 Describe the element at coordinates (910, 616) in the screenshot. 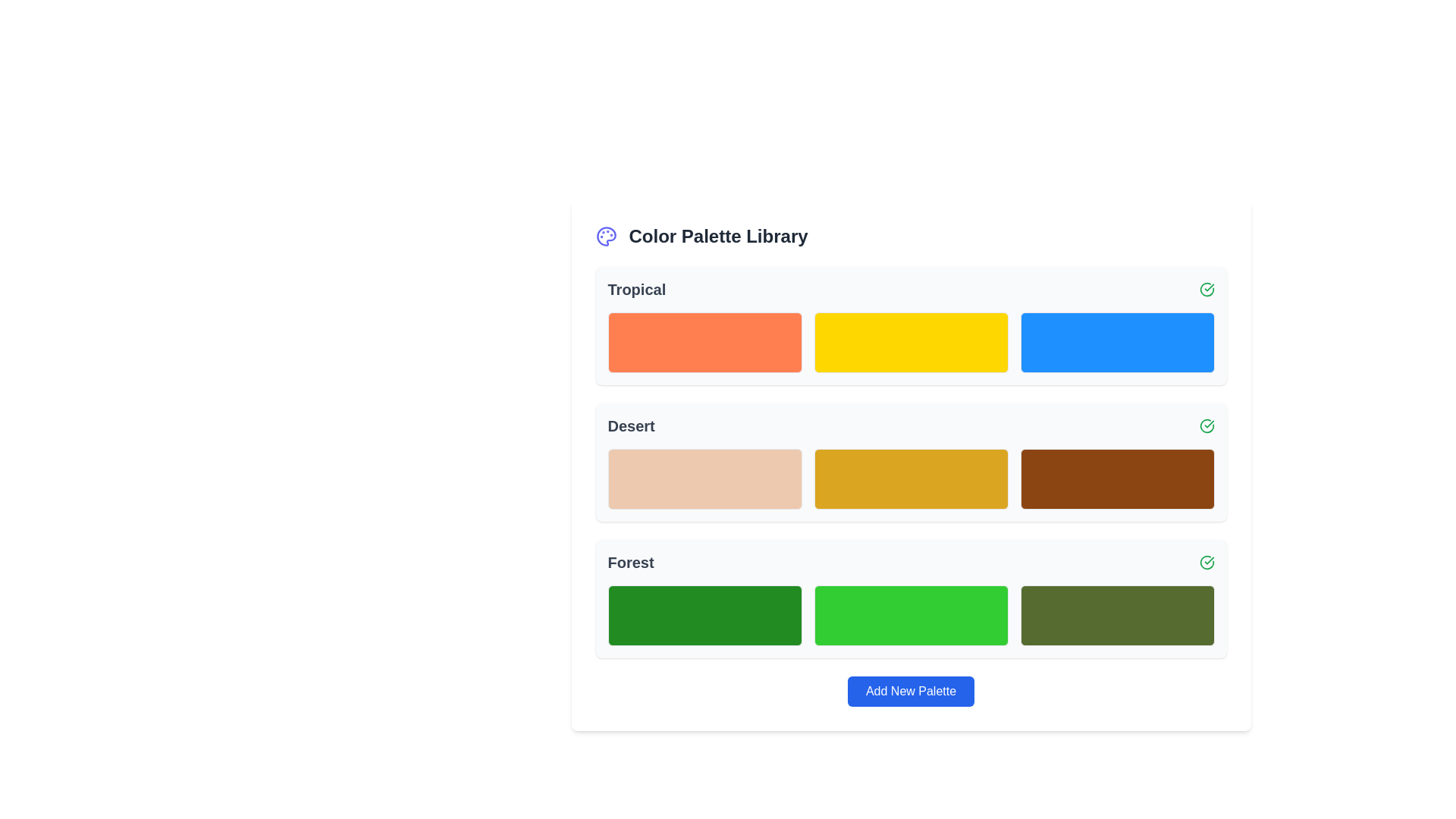

I see `the static color box representing 'Forest' in the palette, which is located in the second column of its row and is non-interactive` at that location.